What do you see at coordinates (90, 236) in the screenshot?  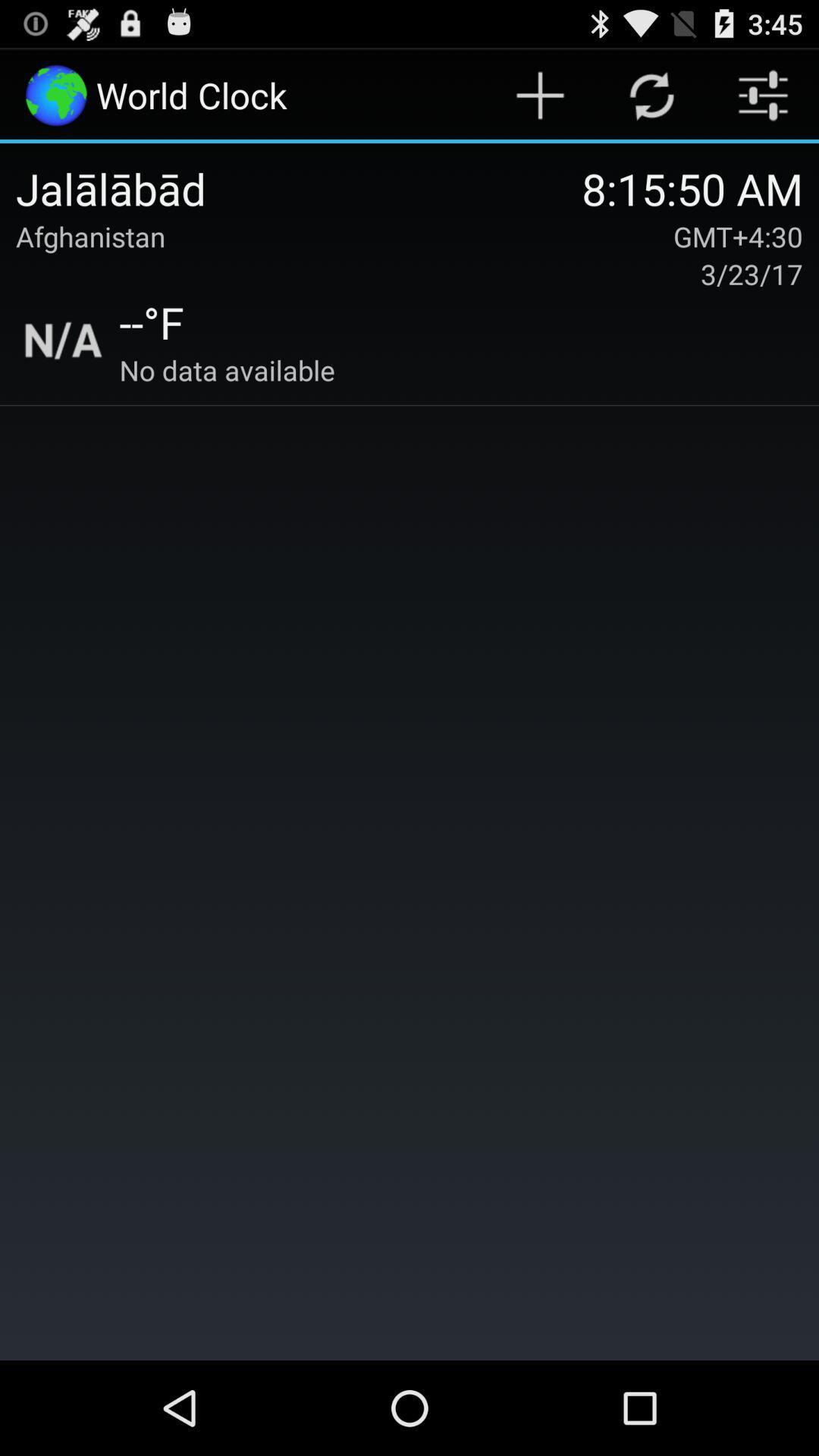 I see `item to the left of the 8 15 50 item` at bounding box center [90, 236].